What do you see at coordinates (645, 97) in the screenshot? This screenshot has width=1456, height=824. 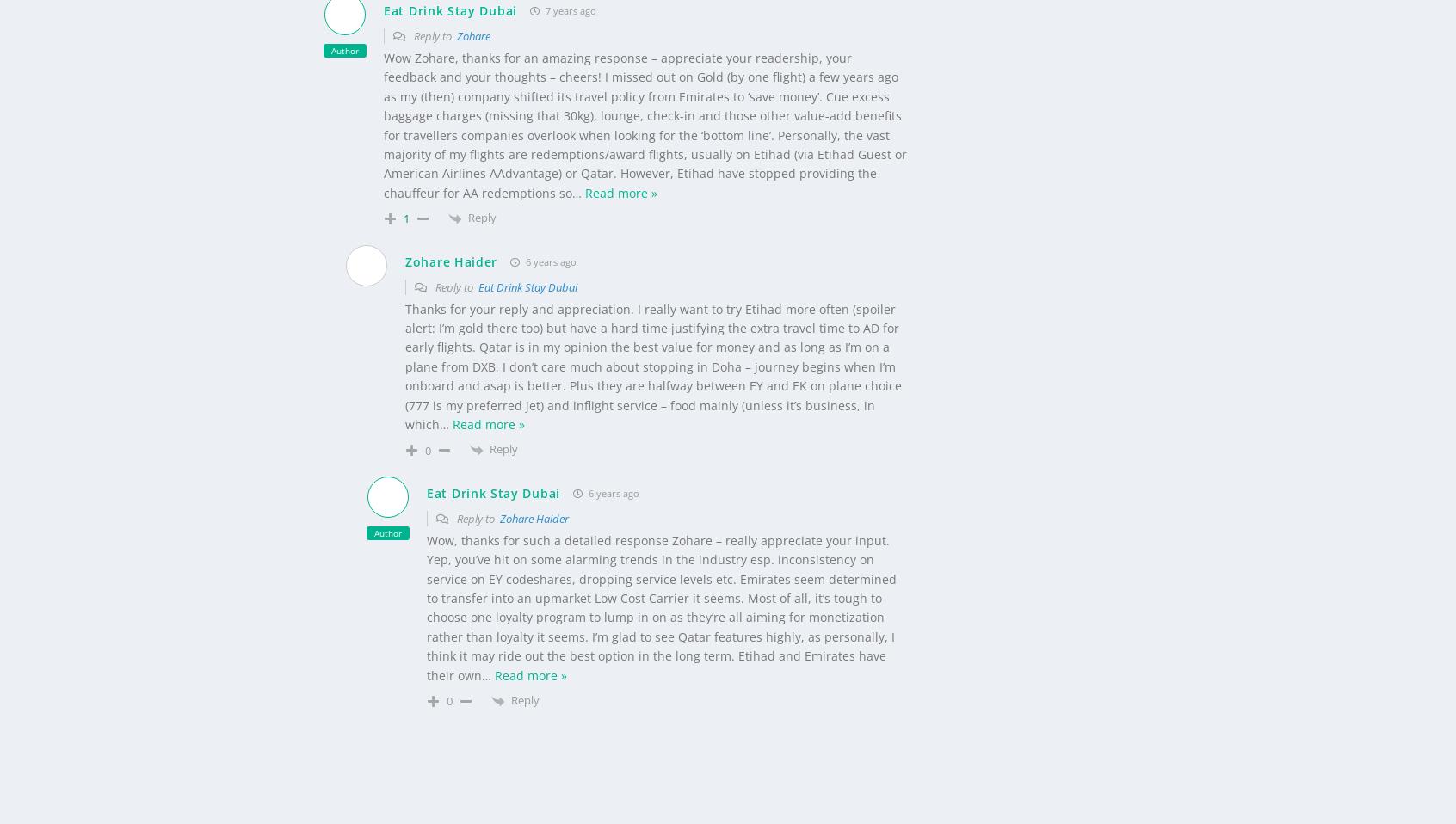 I see `'Wow Zohare, thanks for an amazing response – appreciate your readership, your feedback and your thoughts – cheers! I missed out on Gold (by one flight) a few years ago as my (then) company shifted its travel policy from Emirates to ‘save money’. Cue excess baggage charges (missing that 30kg), lounge, check-in and those other value-add benefits for travellers companies overlook when looking for the ‘bottom line’. Personally, the vast majority of my flights are redemptions/award flights, usually on Etihad (via Etihad Guest or American Airlines AAdvantage) or Qatar. However, Etihad have stopped providing the chauffeur for AA redemptions so'` at bounding box center [645, 97].